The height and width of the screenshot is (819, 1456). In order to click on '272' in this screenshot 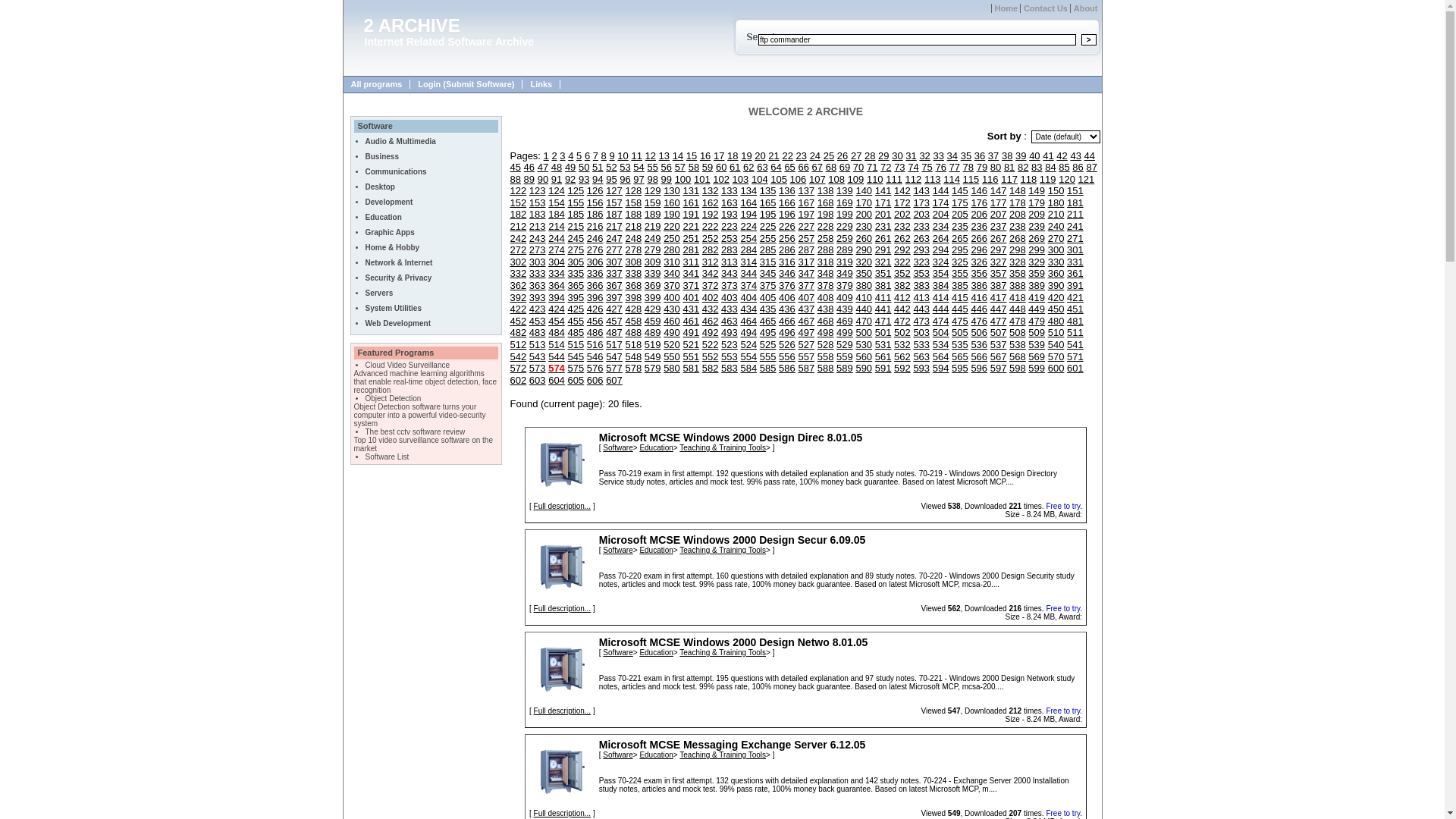, I will do `click(517, 249)`.